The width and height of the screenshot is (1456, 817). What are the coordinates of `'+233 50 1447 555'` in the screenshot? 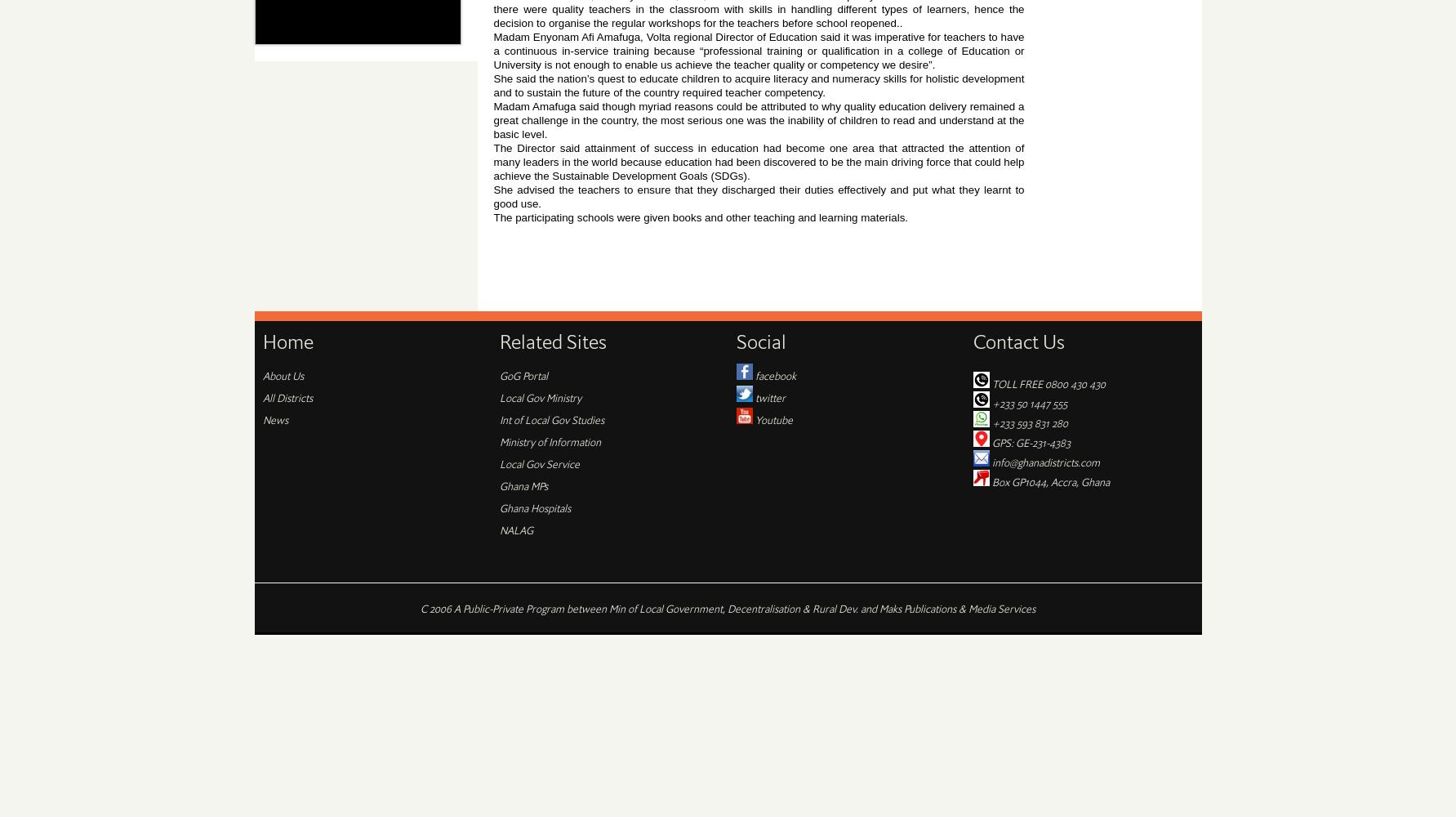 It's located at (989, 402).